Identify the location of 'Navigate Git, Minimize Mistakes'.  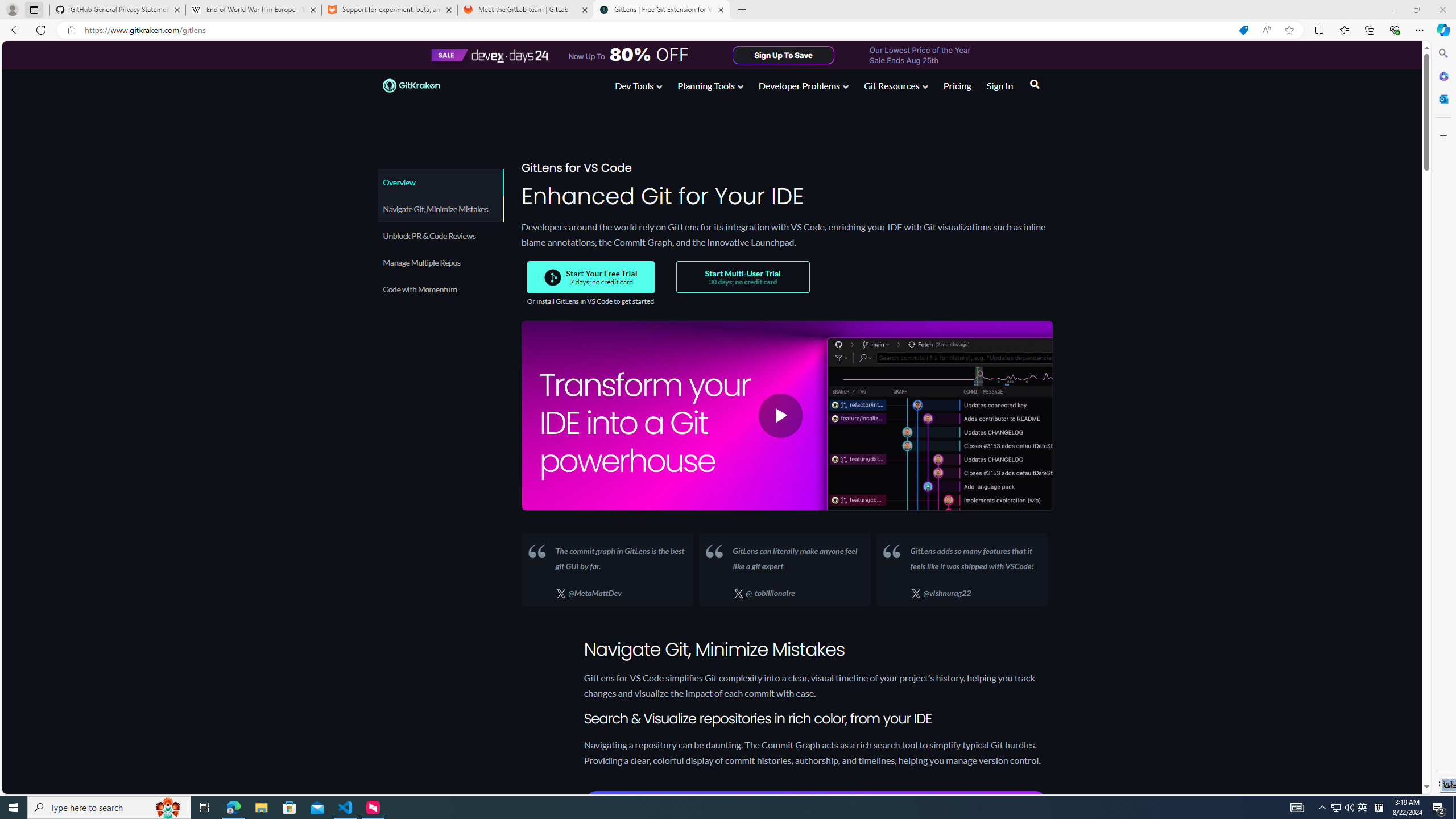
(440, 209).